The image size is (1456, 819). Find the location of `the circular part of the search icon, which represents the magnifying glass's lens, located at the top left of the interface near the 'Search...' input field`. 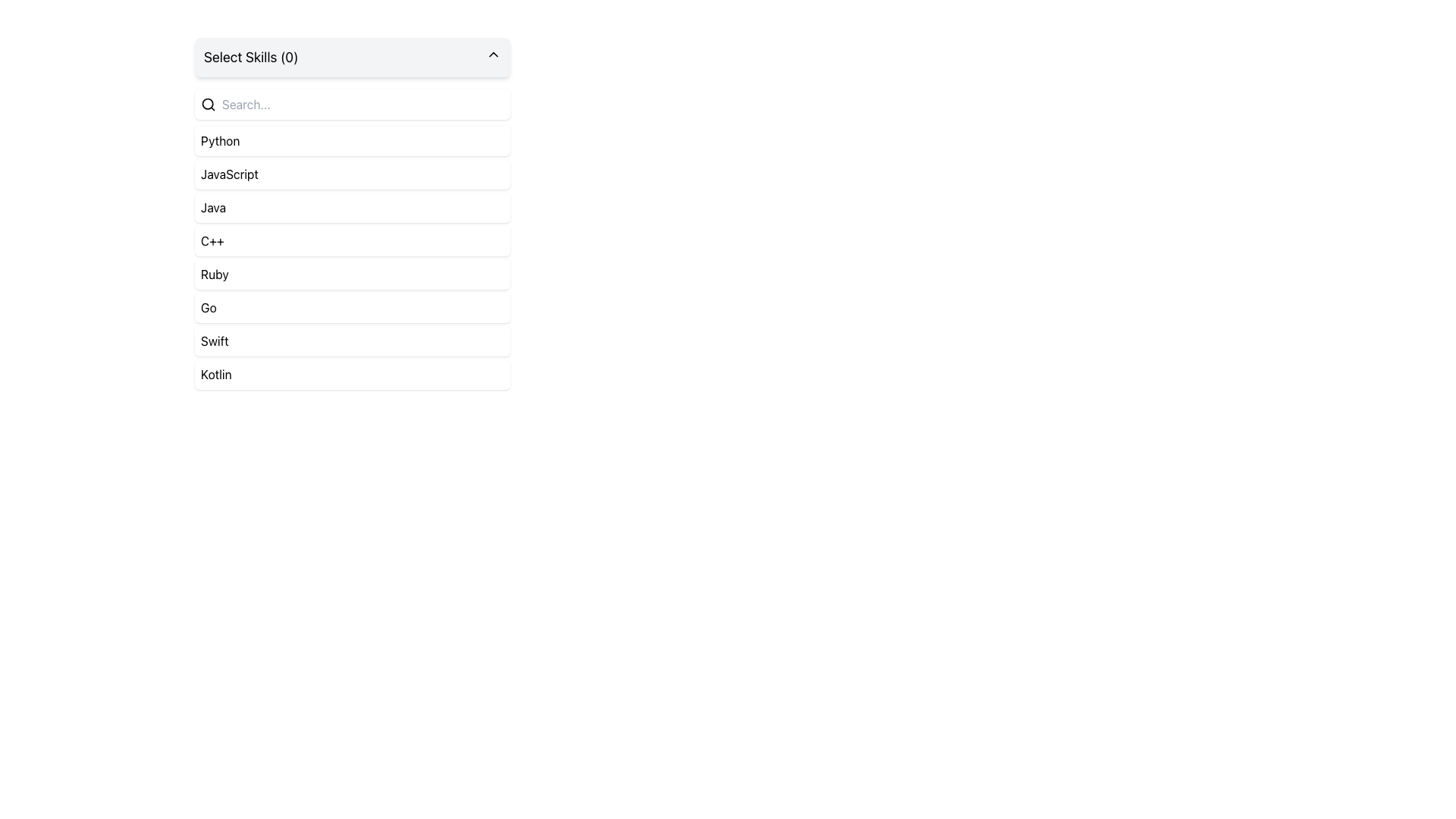

the circular part of the search icon, which represents the magnifying glass's lens, located at the top left of the interface near the 'Search...' input field is located at coordinates (207, 103).